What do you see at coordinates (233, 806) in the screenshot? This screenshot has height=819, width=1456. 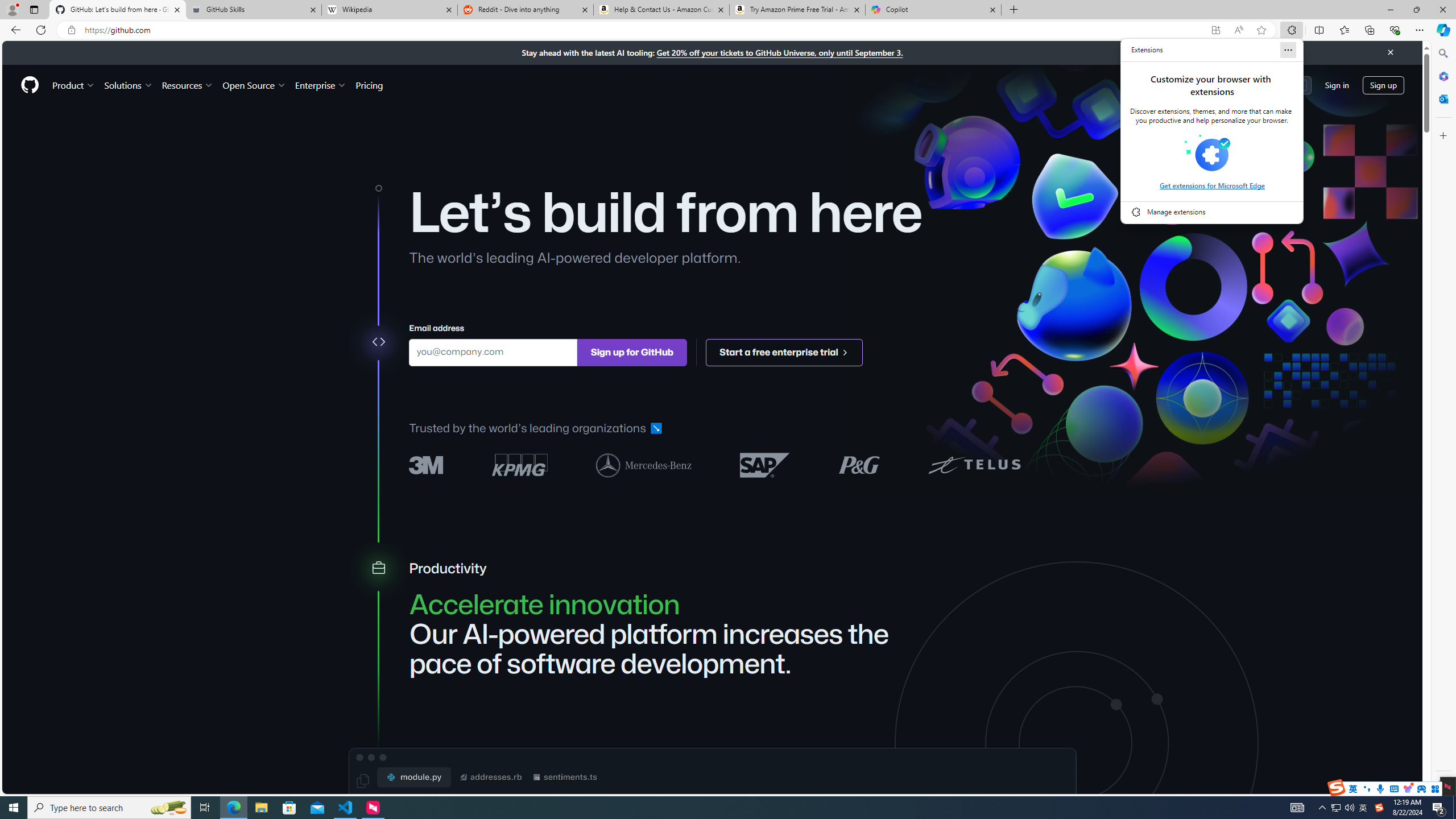 I see `'Microsoft Edge - 1 running window'` at bounding box center [233, 806].